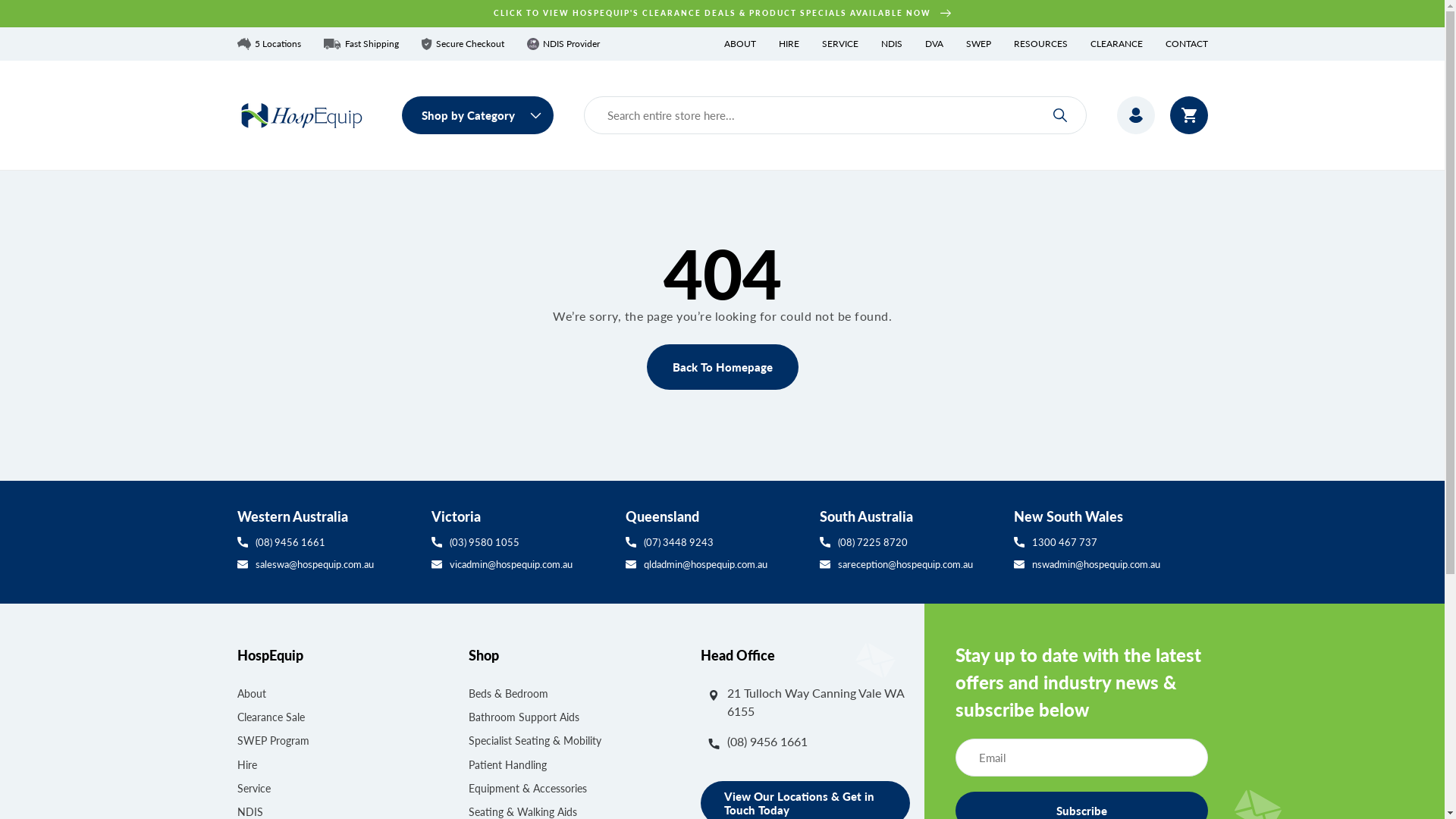  Describe the element at coordinates (1185, 42) in the screenshot. I see `'CONTACT'` at that location.